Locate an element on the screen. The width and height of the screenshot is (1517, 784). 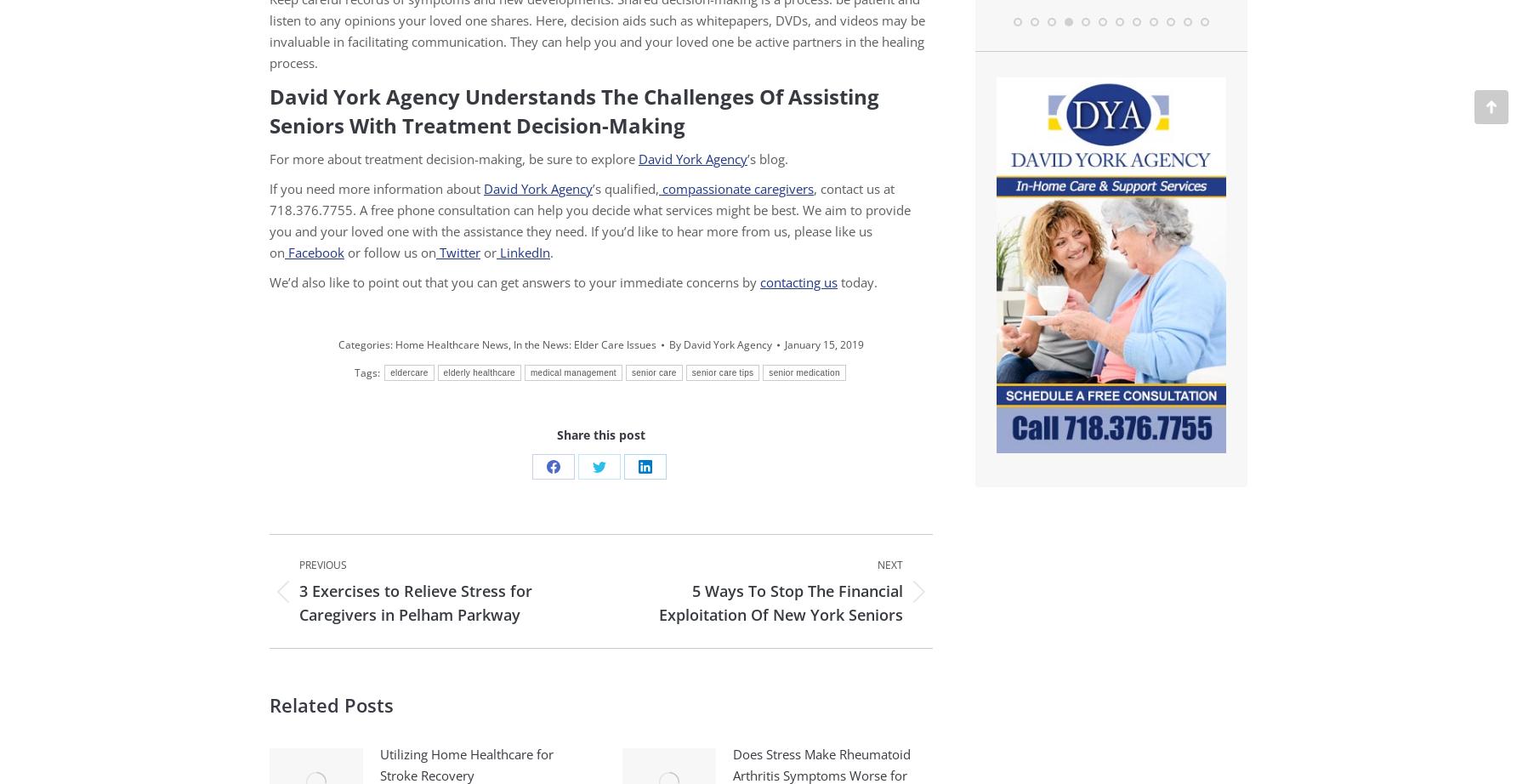
'.' is located at coordinates (551, 251).